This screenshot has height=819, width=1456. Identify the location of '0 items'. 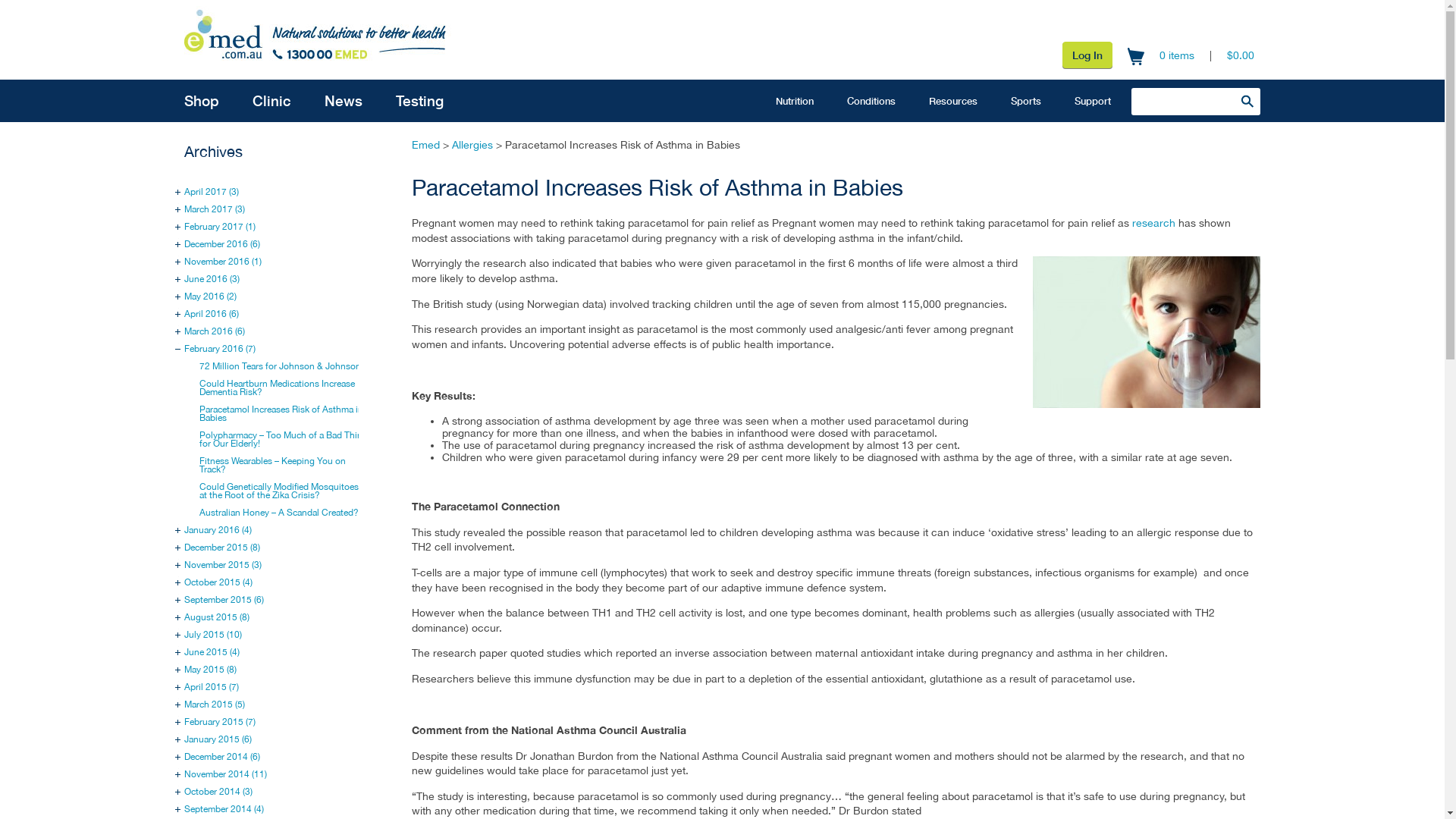
(1159, 55).